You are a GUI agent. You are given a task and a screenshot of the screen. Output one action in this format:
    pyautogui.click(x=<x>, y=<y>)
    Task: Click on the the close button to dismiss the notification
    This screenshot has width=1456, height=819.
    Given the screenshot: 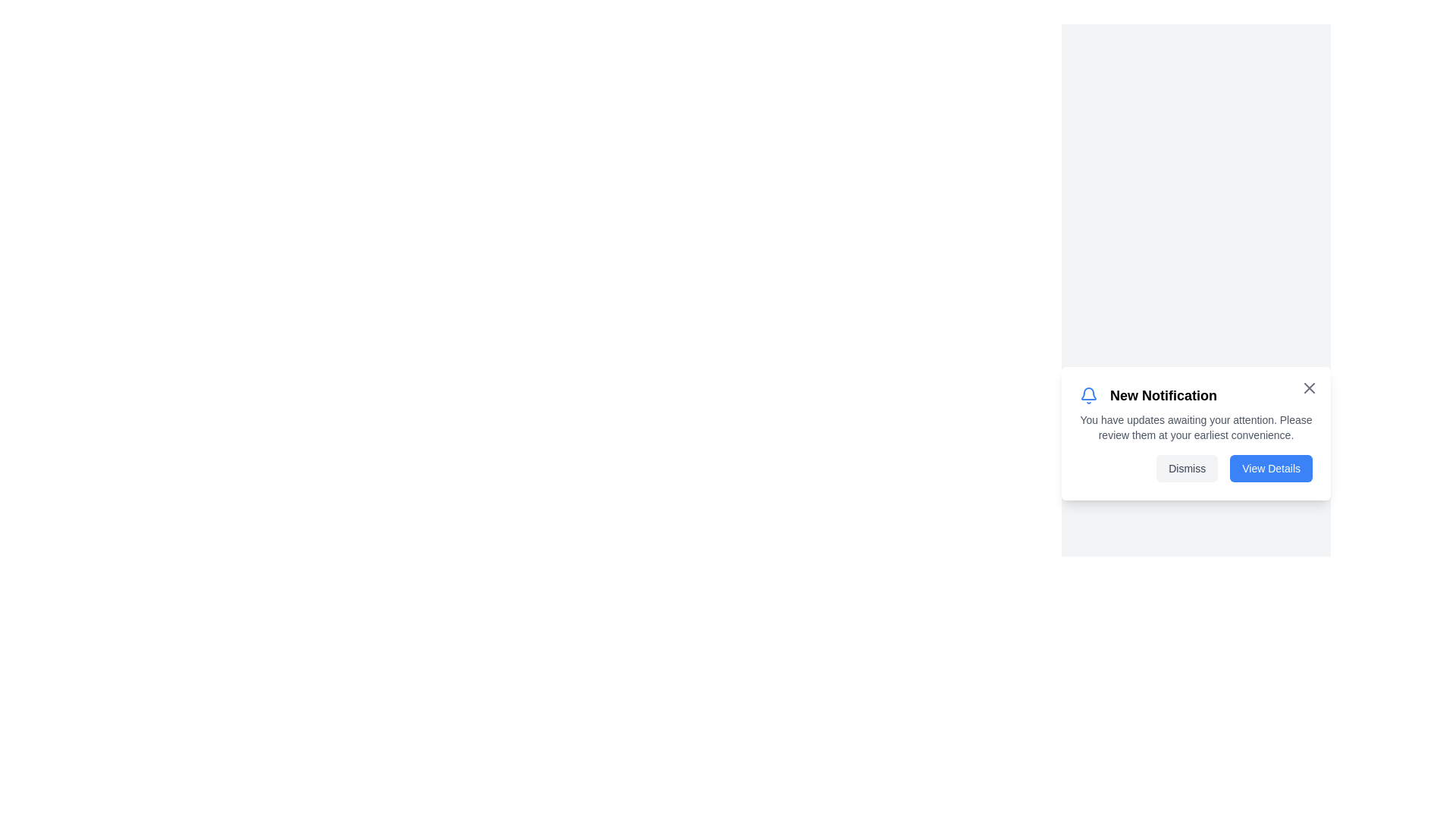 What is the action you would take?
    pyautogui.click(x=1309, y=388)
    